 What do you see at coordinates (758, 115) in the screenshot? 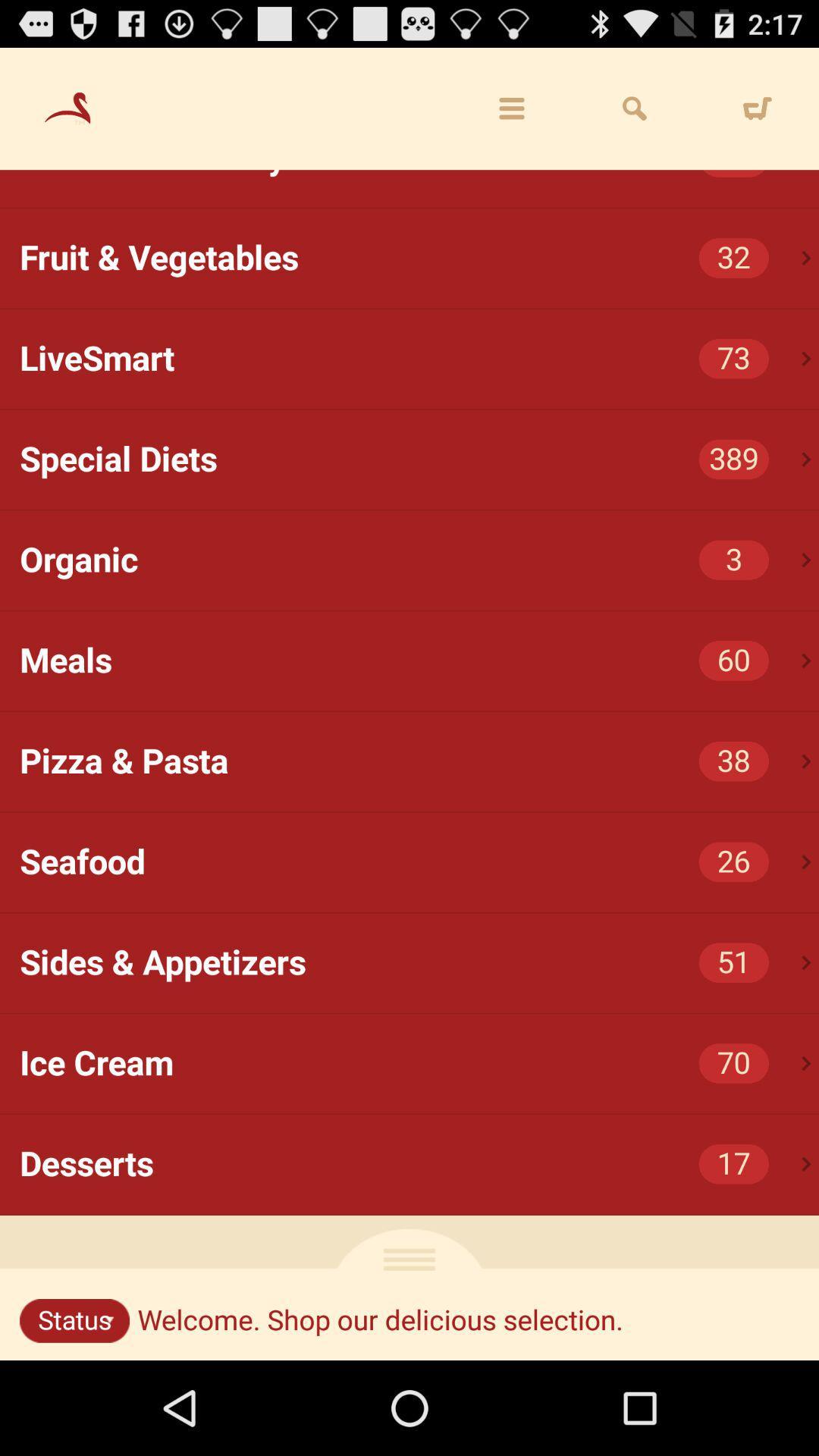
I see `the cart icon` at bounding box center [758, 115].